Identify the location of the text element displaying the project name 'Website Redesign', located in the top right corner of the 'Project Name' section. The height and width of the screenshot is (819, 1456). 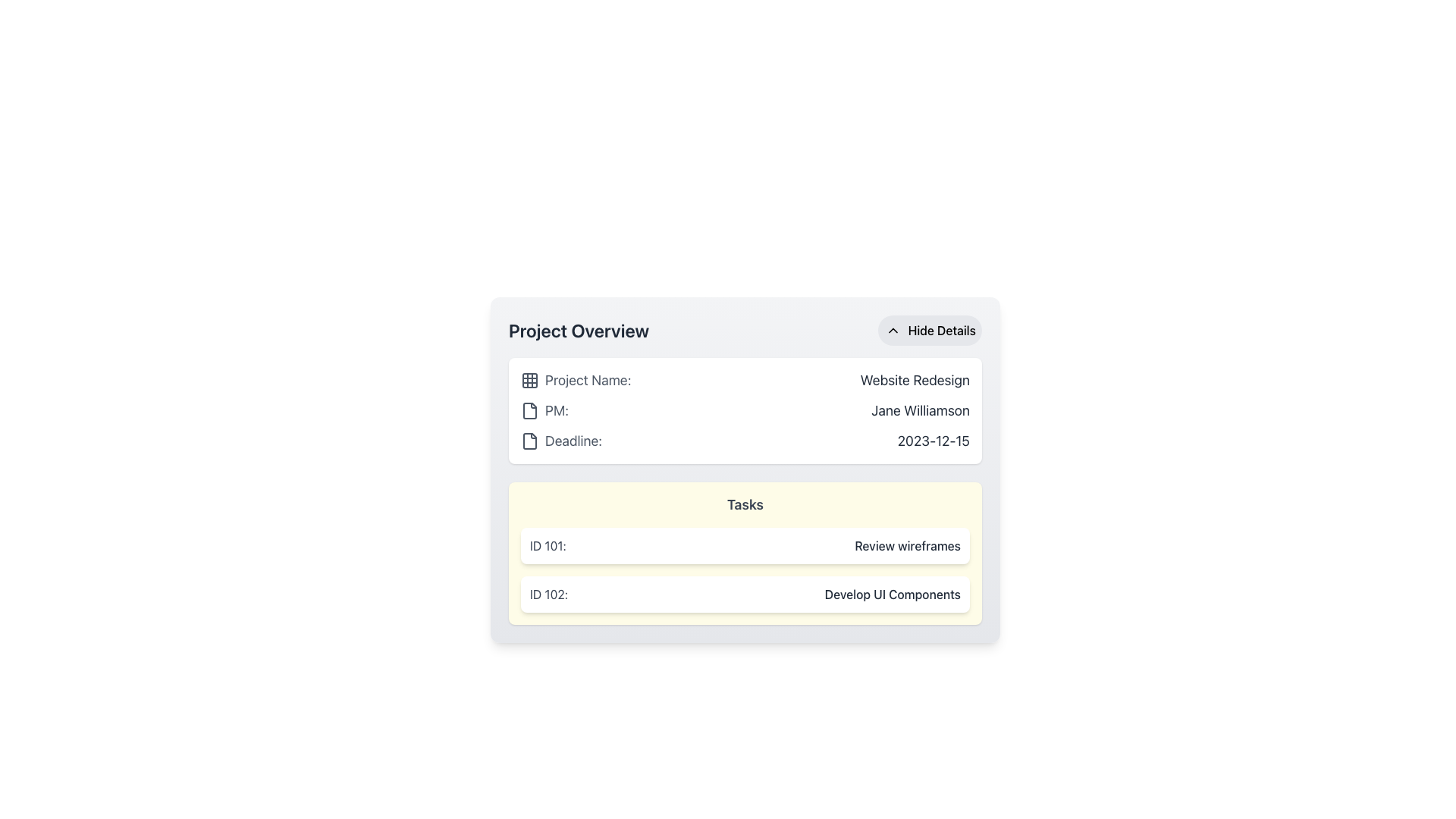
(914, 379).